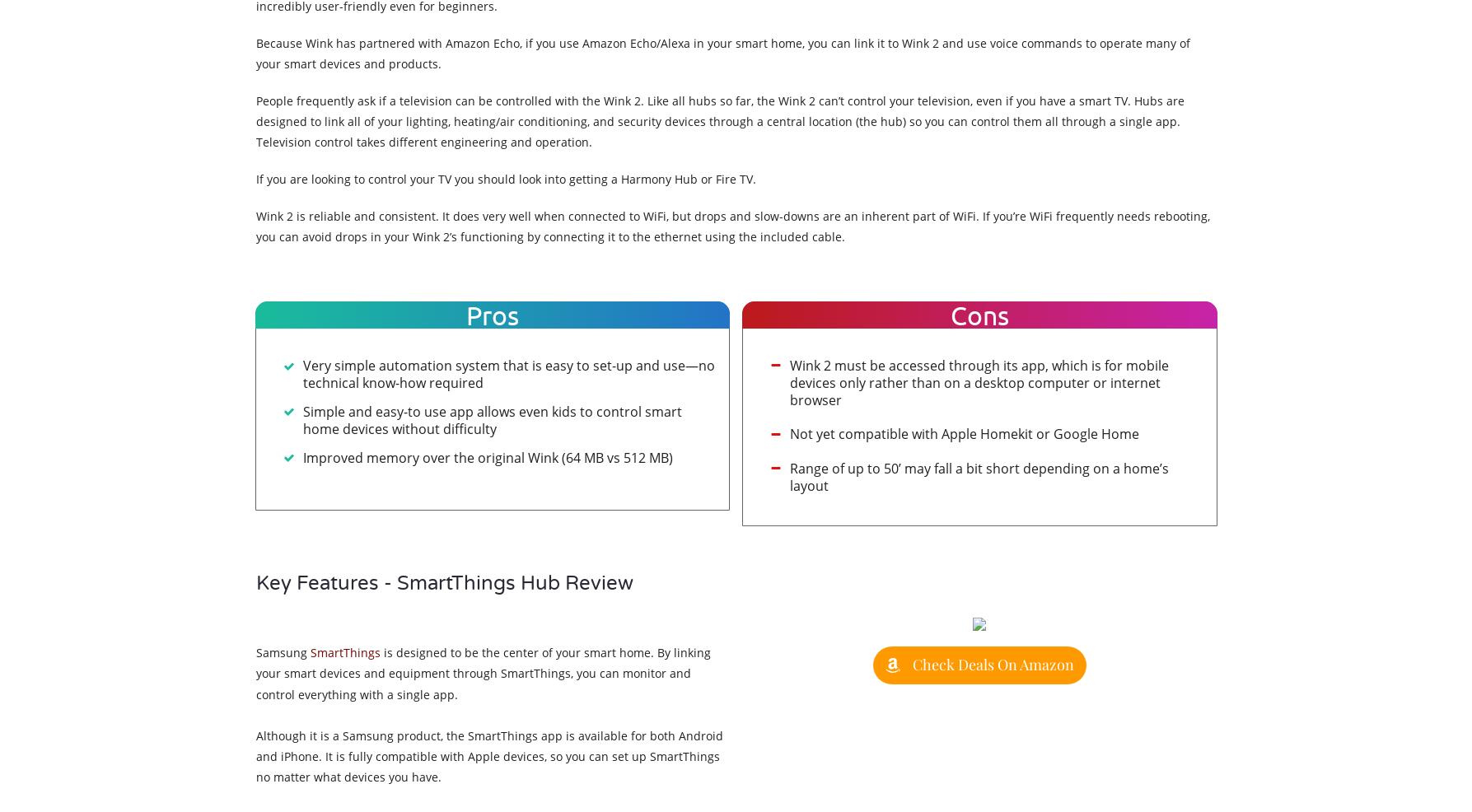 The image size is (1472, 812). Describe the element at coordinates (255, 51) in the screenshot. I see `'Because Wink has partnered with Amazon Echo, if you use Amazon Echo/Alexa in your smart home, you can link it to Wink 2 and use voice commands to operate many of your smart devices and products.'` at that location.